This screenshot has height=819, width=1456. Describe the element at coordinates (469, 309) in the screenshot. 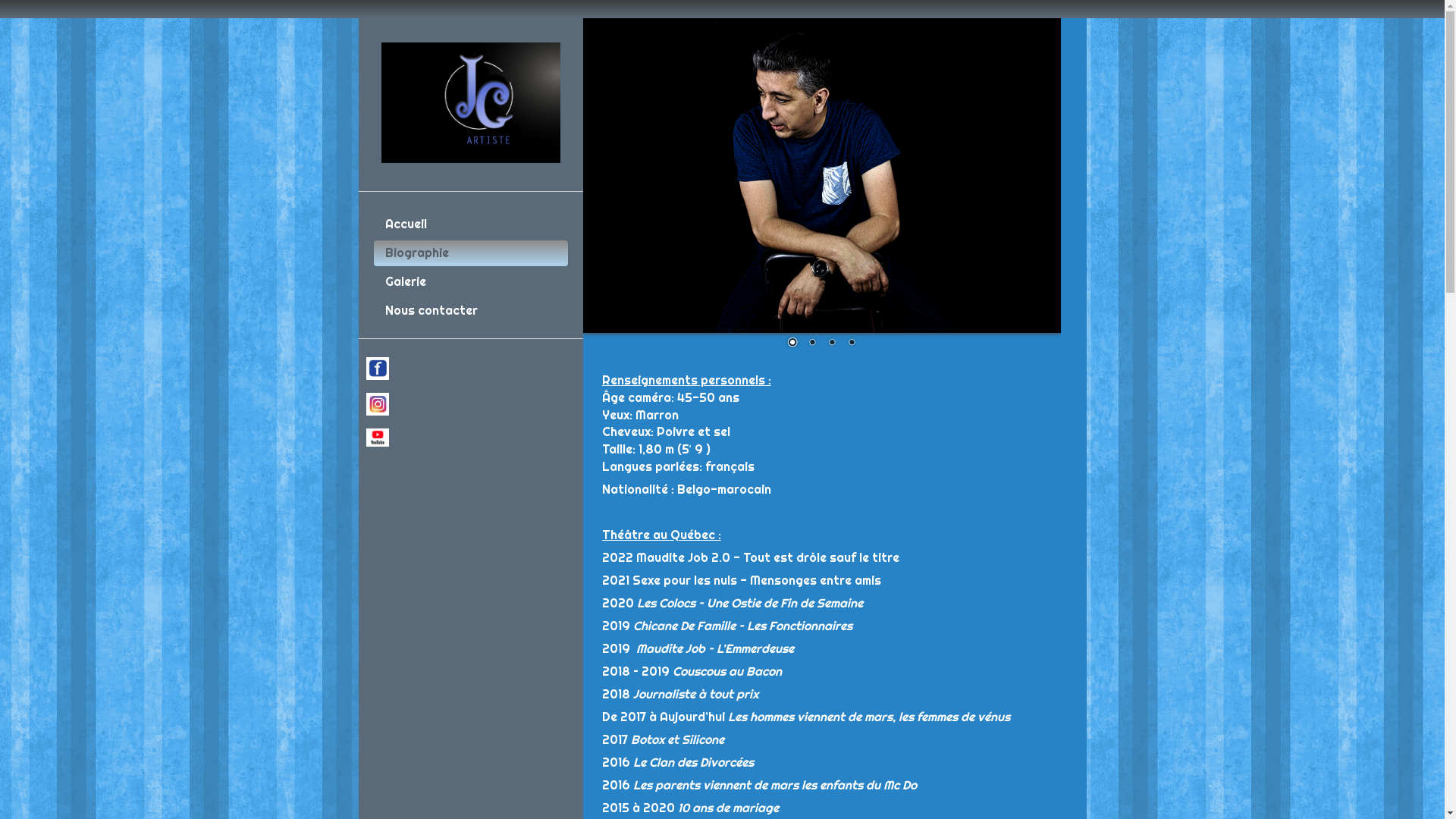

I see `'Nous contacter'` at that location.